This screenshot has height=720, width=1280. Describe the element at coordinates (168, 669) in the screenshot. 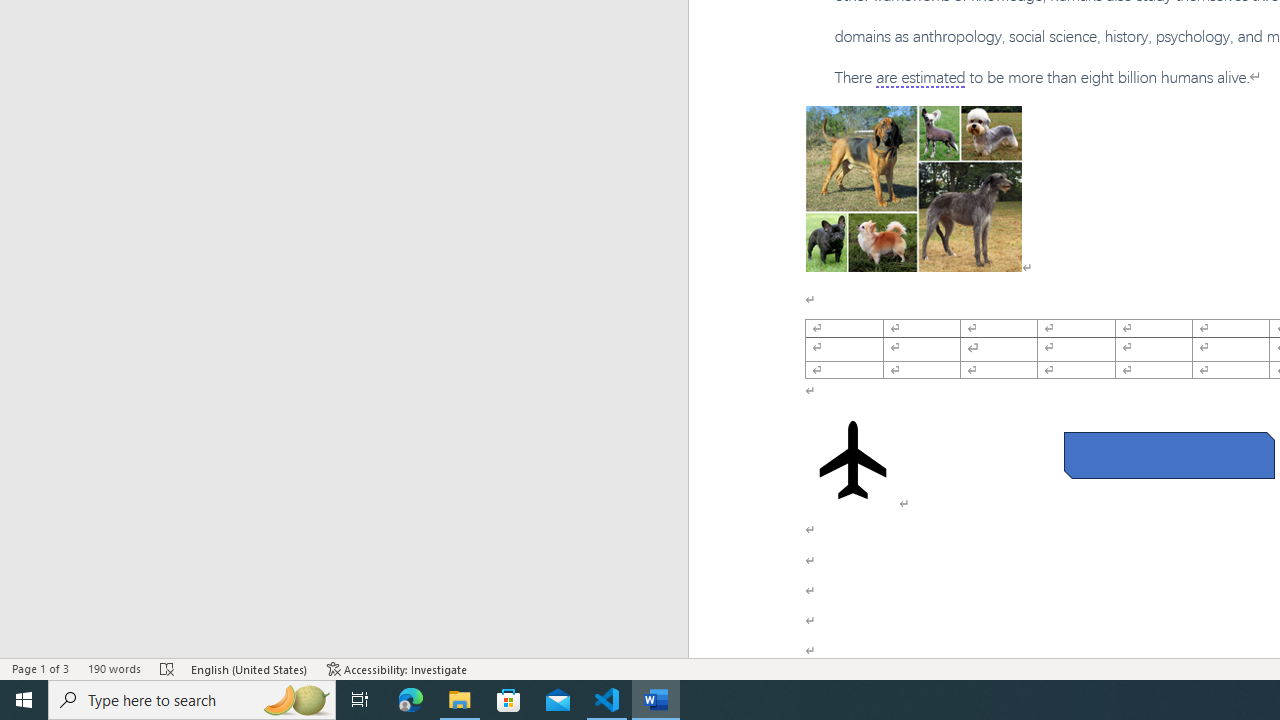

I see `'Spelling and Grammar Check Errors'` at that location.